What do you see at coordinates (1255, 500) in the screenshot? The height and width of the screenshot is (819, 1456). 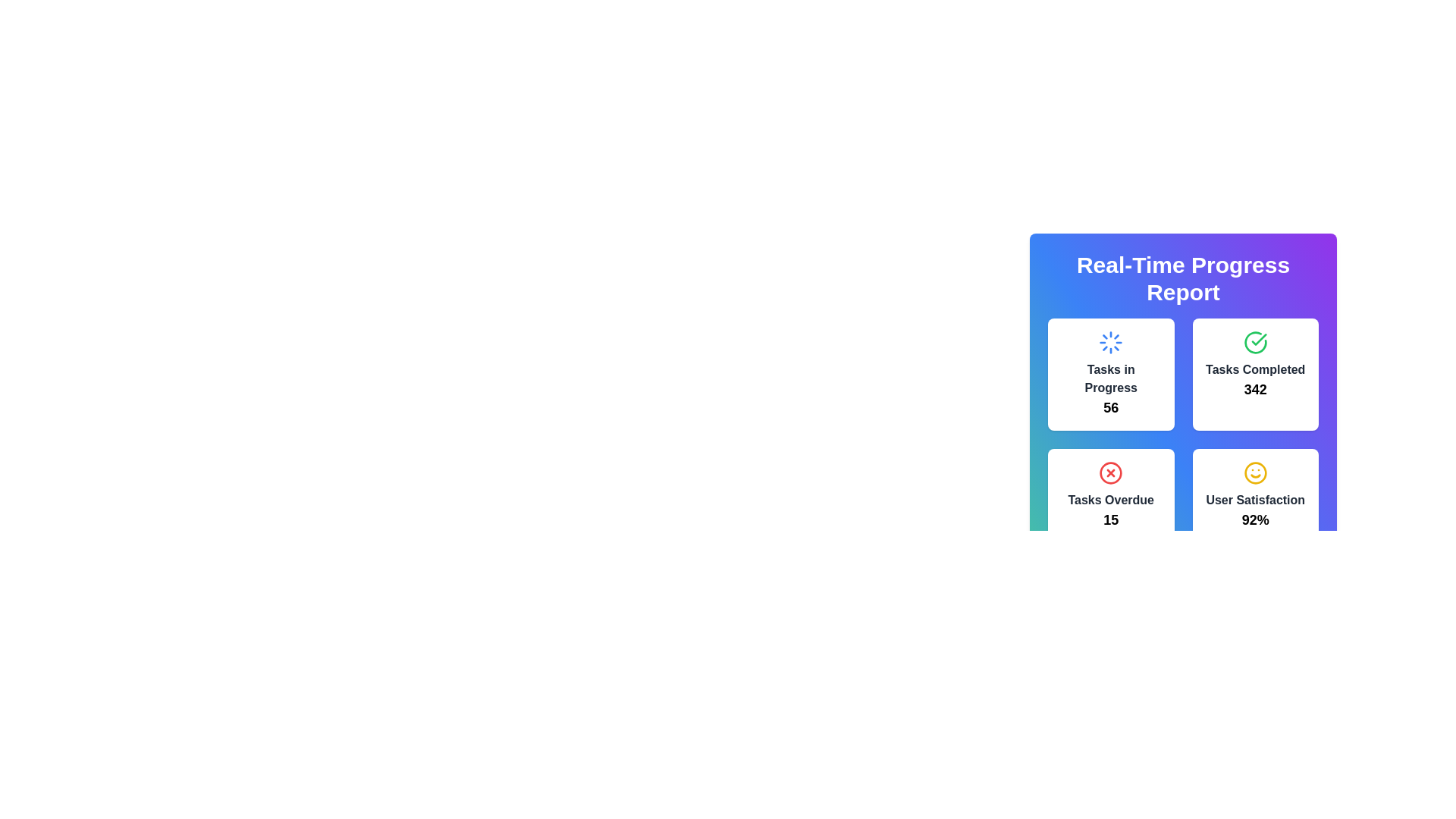 I see `the 'User Satisfaction' text label, which is styled in bold gray font and located on the bottom-right card of a four-card grid layout, positioned beneath a smiley face icon and above the text '92%'` at bounding box center [1255, 500].